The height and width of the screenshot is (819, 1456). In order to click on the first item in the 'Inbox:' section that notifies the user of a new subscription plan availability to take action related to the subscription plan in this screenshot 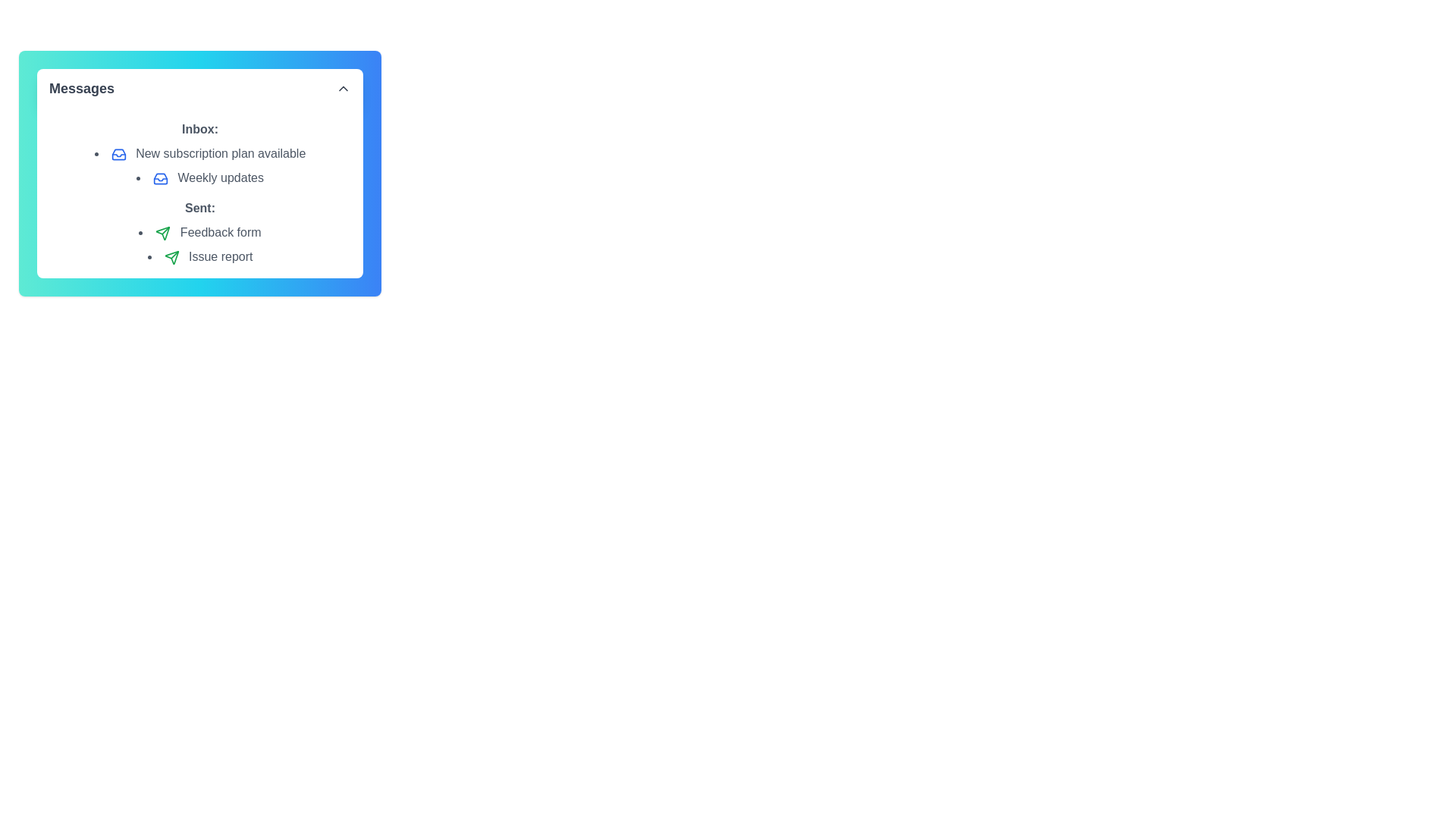, I will do `click(199, 154)`.